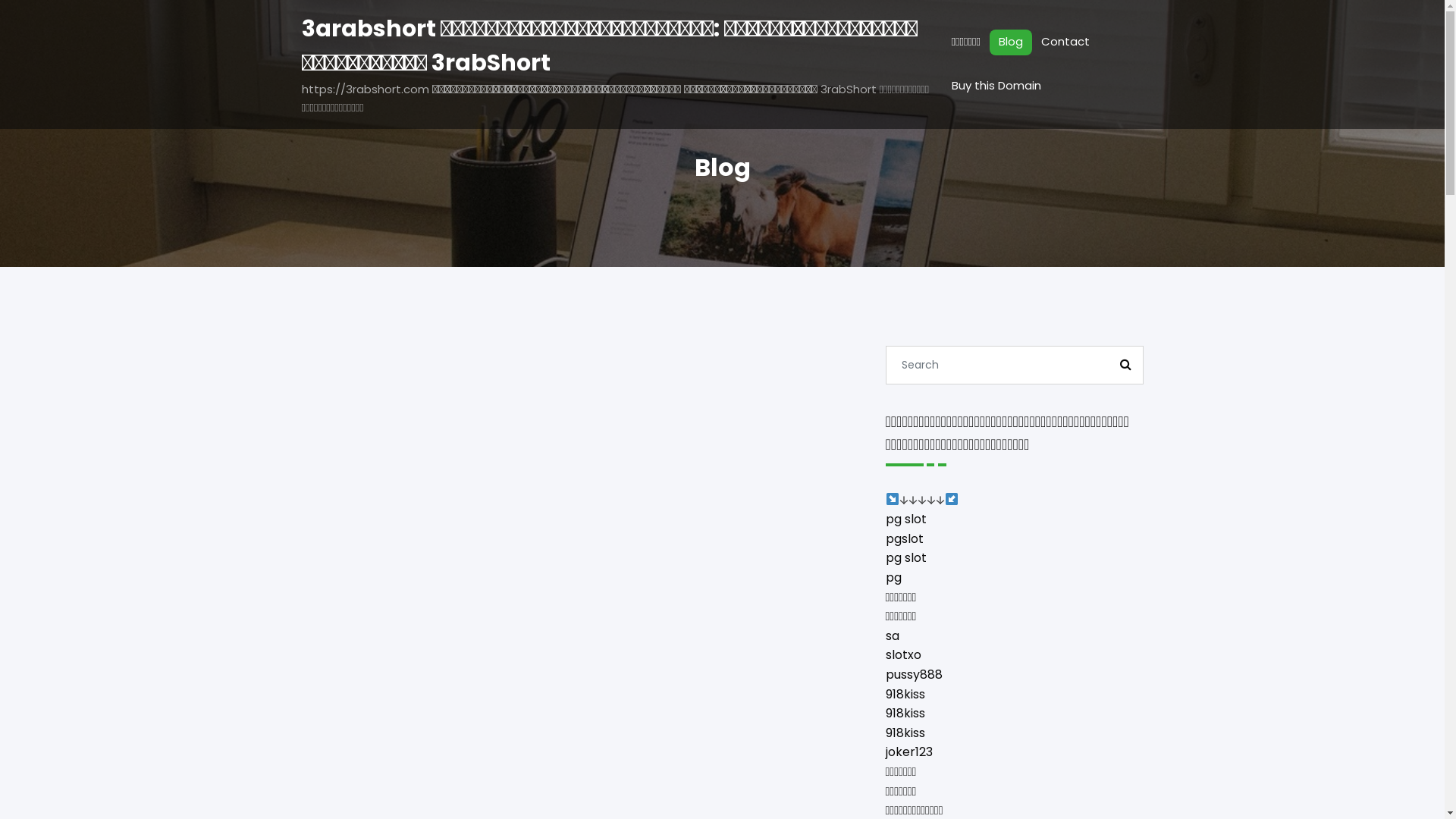 This screenshot has width=1456, height=819. I want to click on 'pussy888', so click(913, 673).